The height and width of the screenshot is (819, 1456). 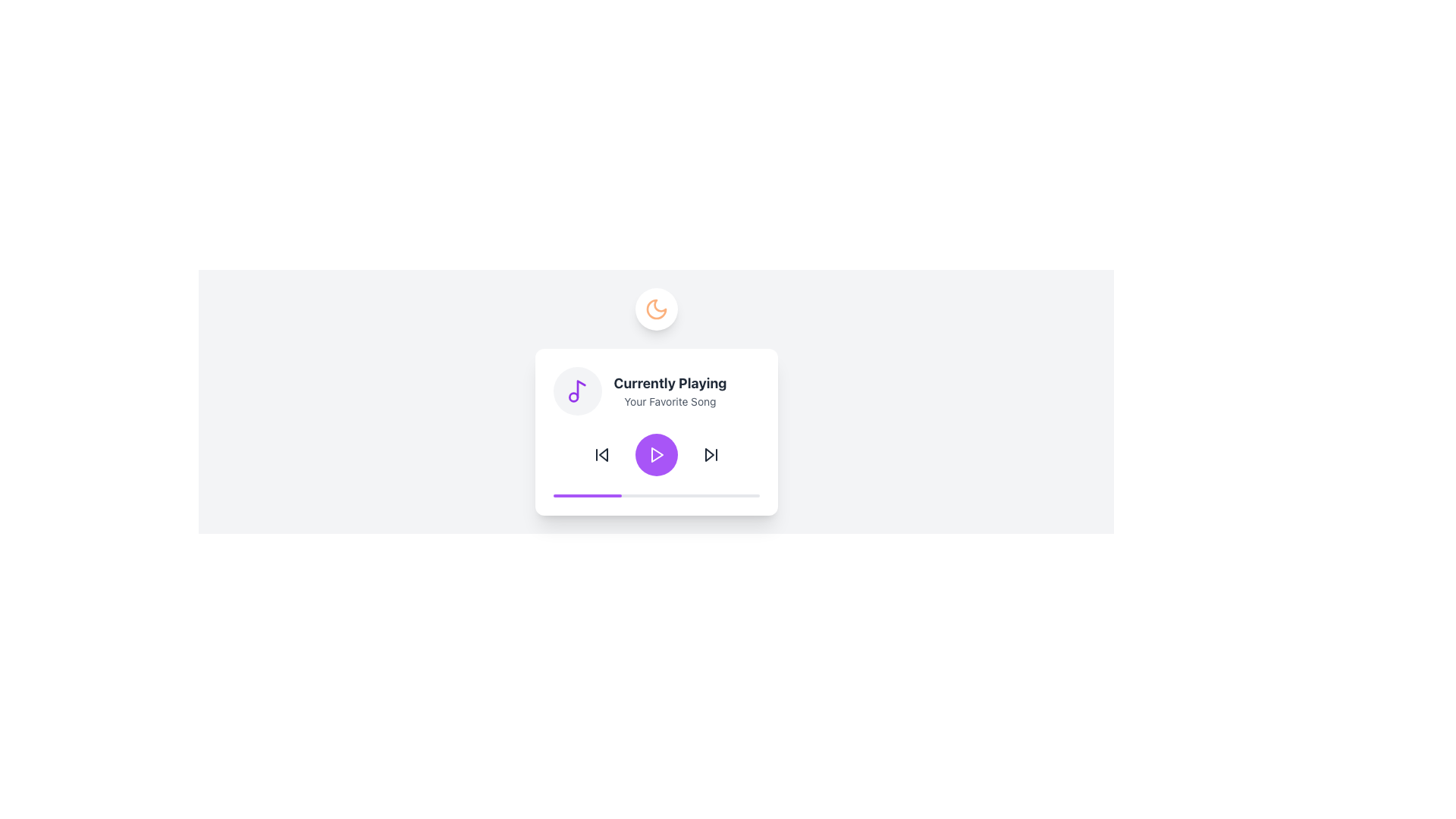 What do you see at coordinates (656, 391) in the screenshot?
I see `text content of the primary text display component in the upper portion of the card layout that indicates the currently playing track's title and description` at bounding box center [656, 391].